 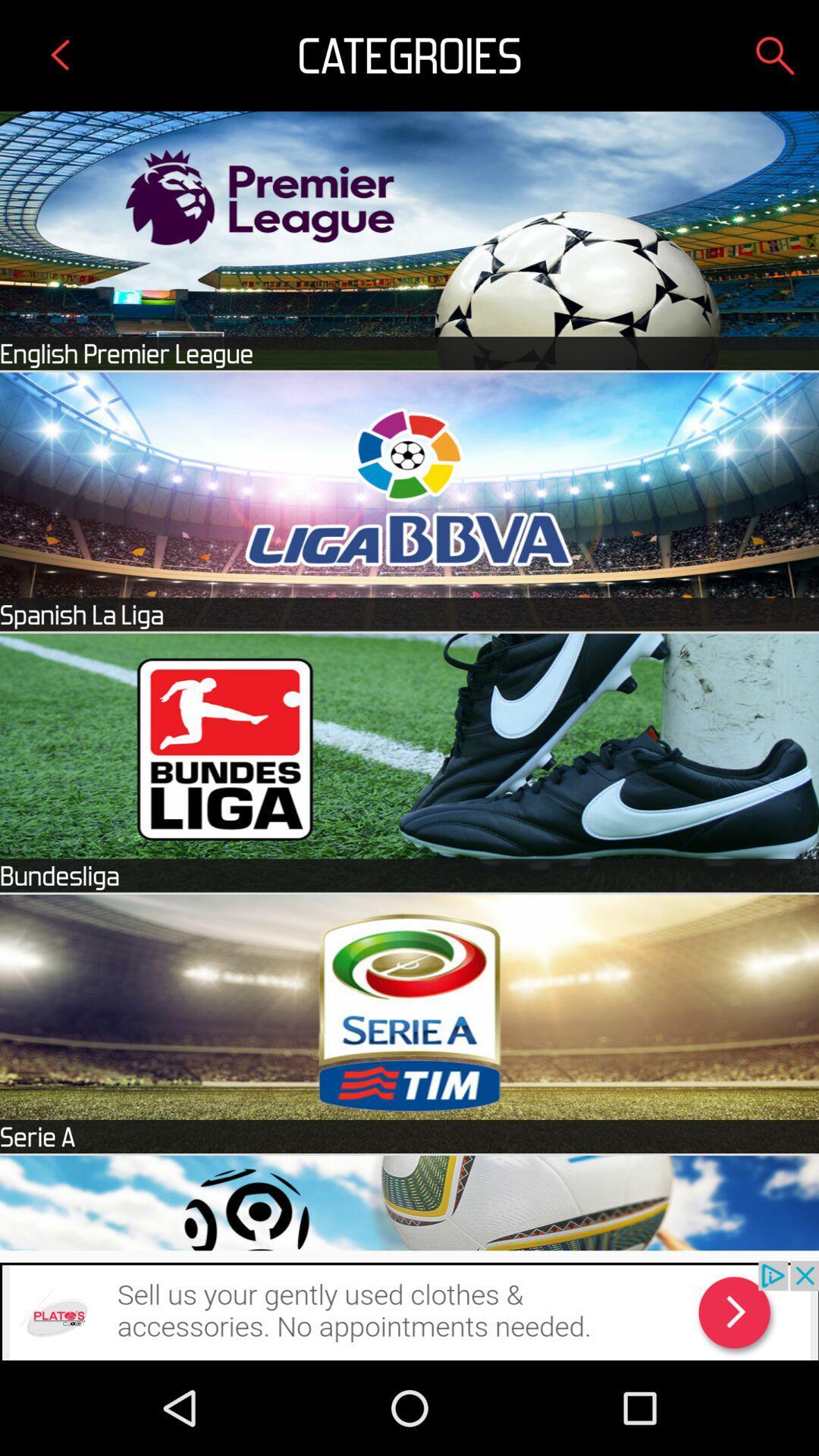 What do you see at coordinates (409, 1310) in the screenshot?
I see `see advertisement` at bounding box center [409, 1310].